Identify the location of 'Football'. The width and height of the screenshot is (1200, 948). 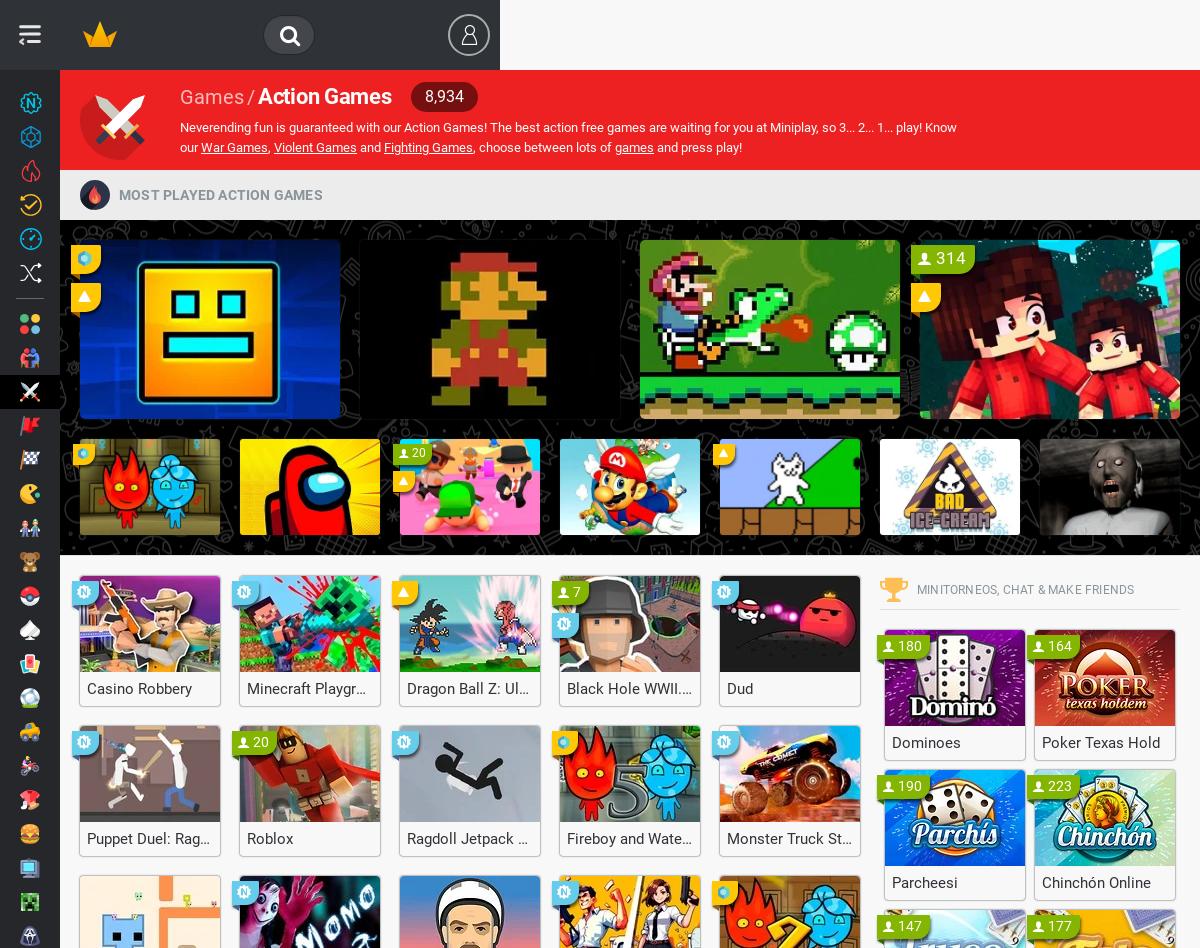
(87, 695).